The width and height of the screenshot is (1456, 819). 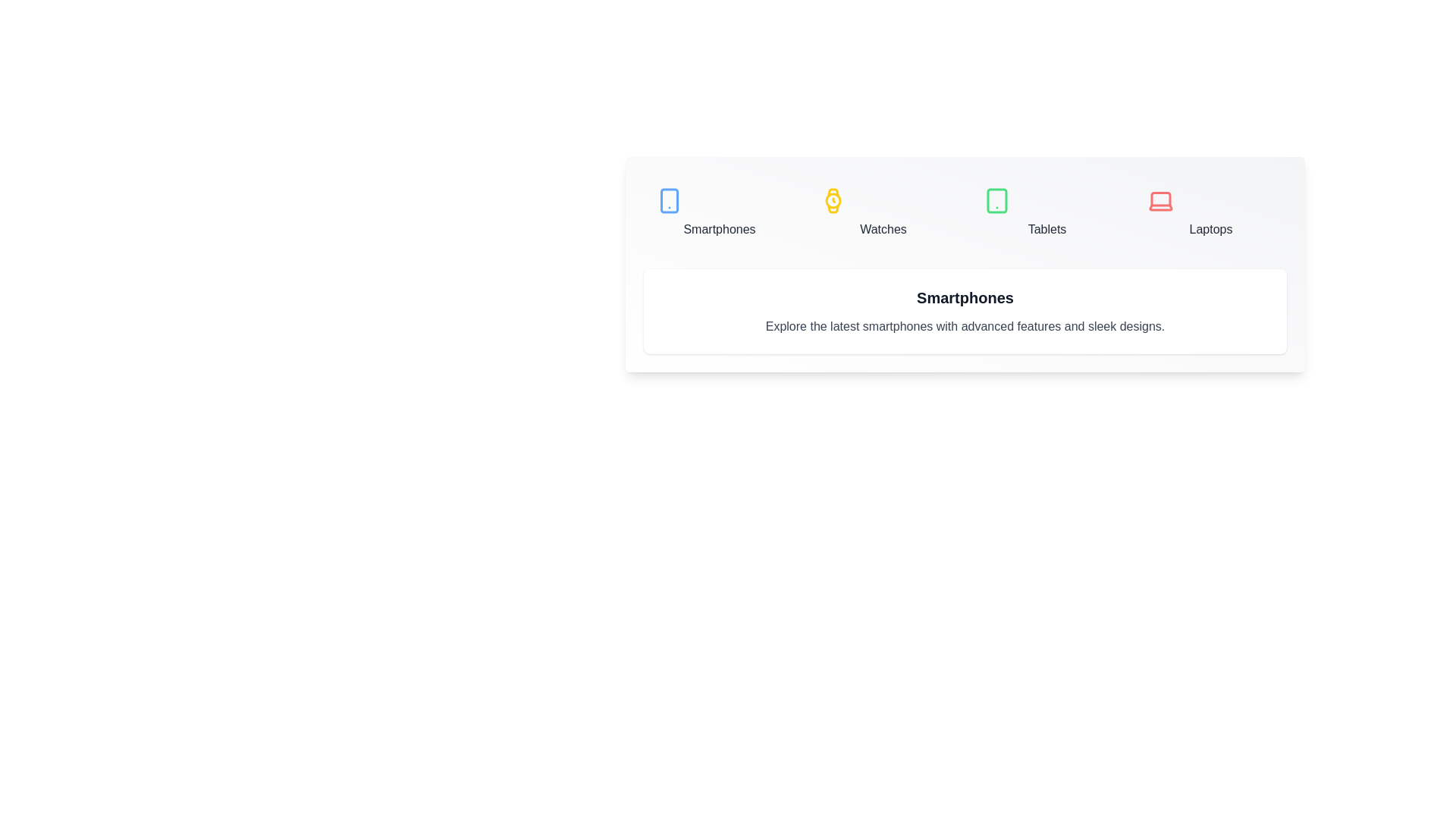 I want to click on the Watches tab to view its details, so click(x=883, y=213).